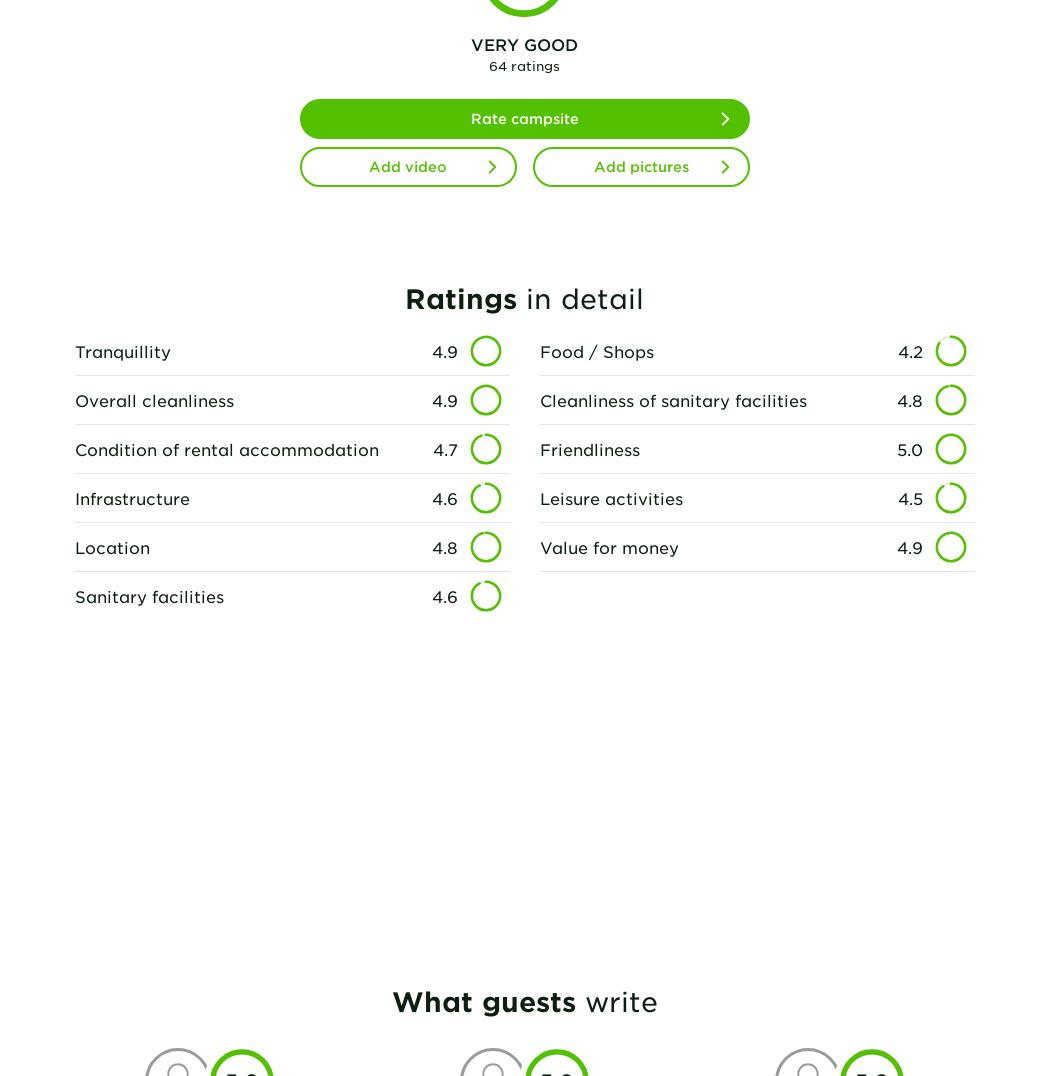  Describe the element at coordinates (73, 350) in the screenshot. I see `'Tranquillity'` at that location.